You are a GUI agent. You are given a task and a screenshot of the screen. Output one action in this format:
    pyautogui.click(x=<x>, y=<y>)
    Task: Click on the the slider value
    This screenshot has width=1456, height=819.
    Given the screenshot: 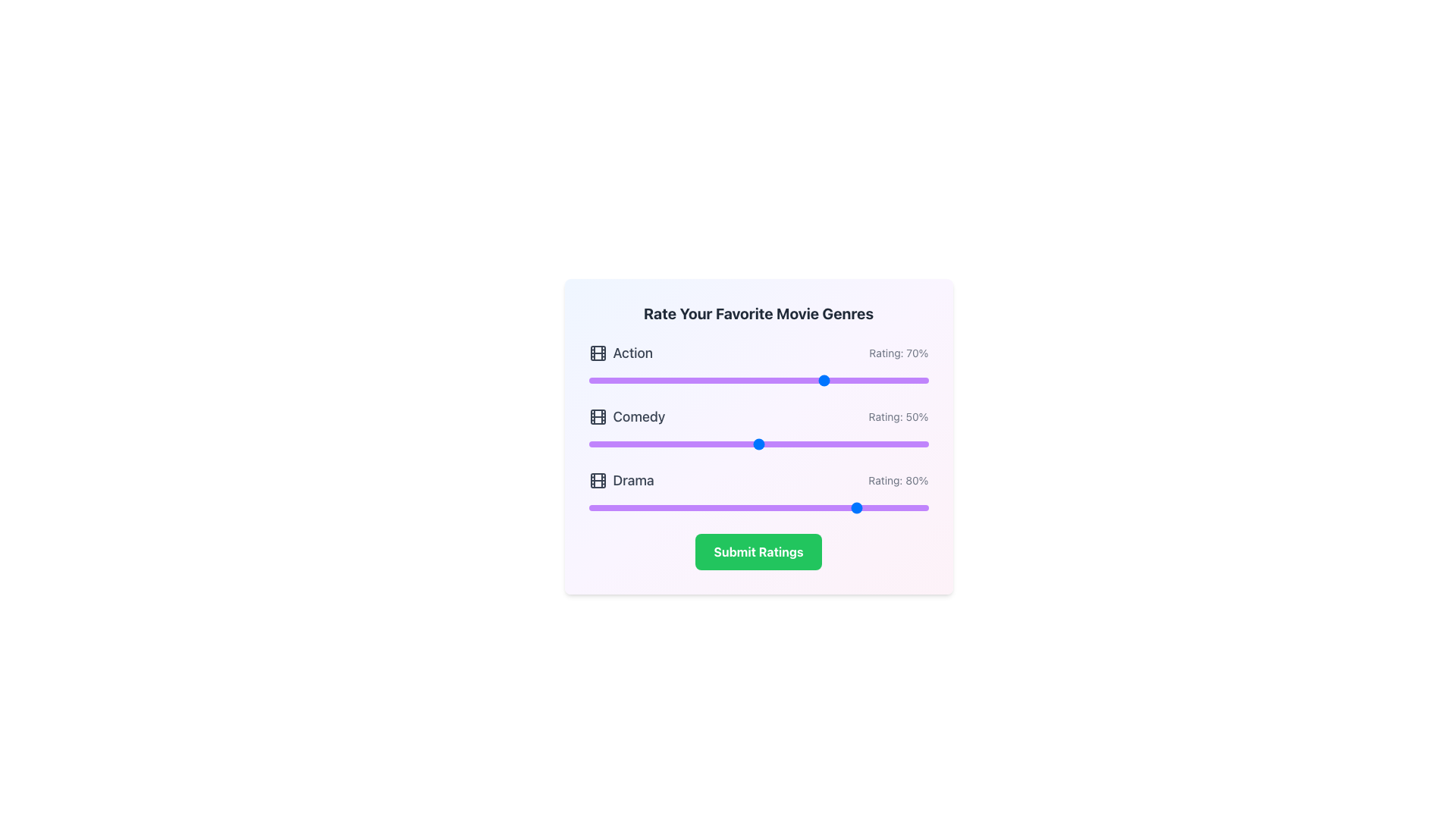 What is the action you would take?
    pyautogui.click(x=696, y=508)
    